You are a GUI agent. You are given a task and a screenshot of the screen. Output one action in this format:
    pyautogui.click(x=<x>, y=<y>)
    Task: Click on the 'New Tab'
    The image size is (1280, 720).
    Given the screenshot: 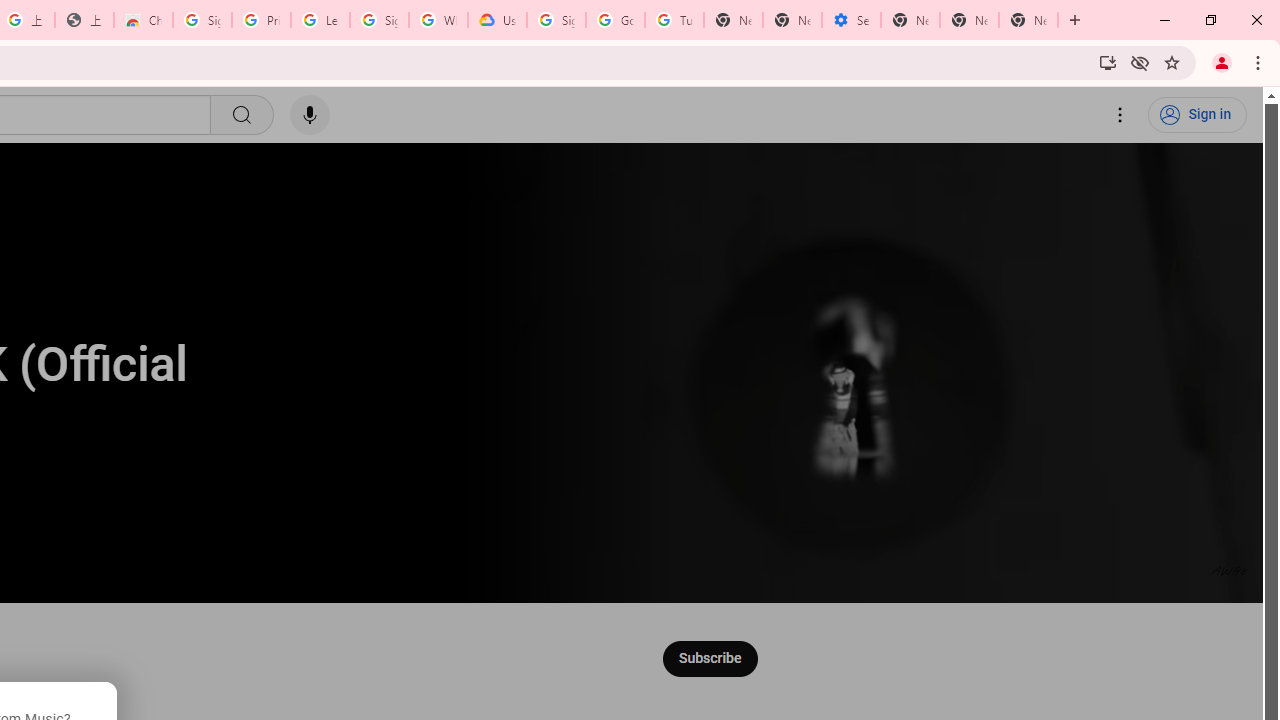 What is the action you would take?
    pyautogui.click(x=1028, y=20)
    